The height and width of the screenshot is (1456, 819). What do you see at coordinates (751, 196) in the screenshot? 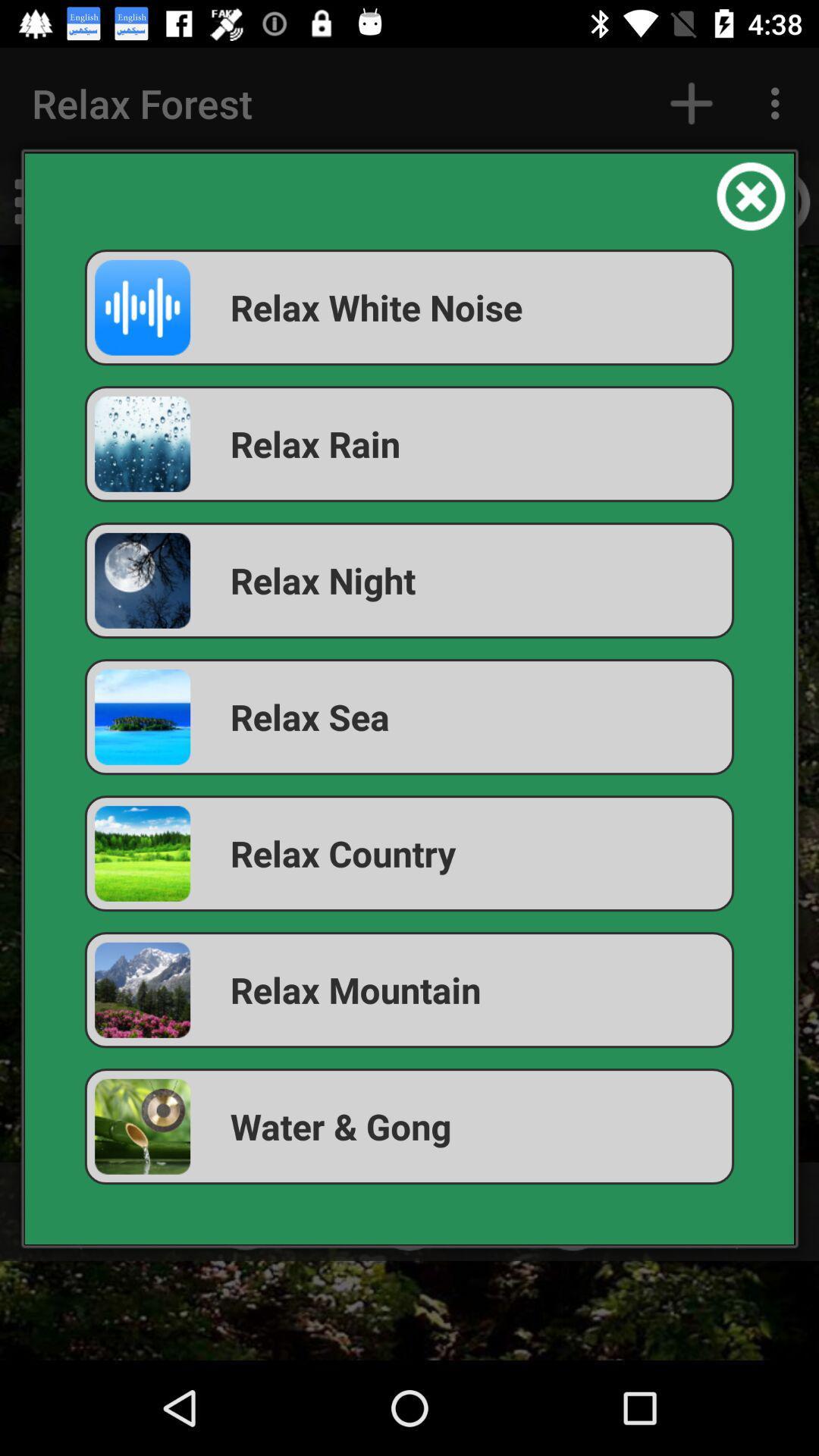
I see `the item above the relax white noise app` at bounding box center [751, 196].